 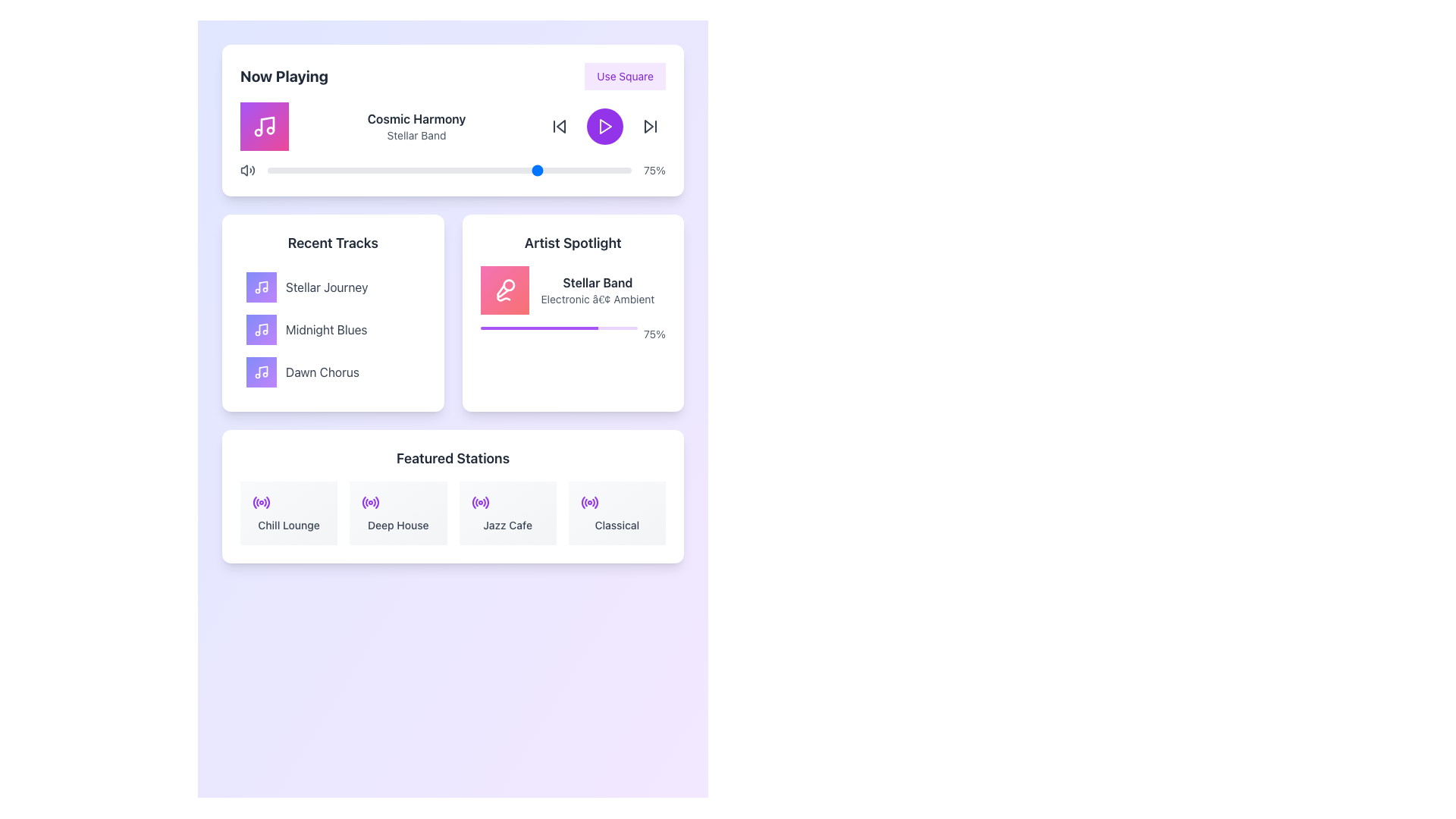 What do you see at coordinates (332, 287) in the screenshot?
I see `the list item displaying 'Stellar Journey' which features a white music note icon on a gradient background` at bounding box center [332, 287].